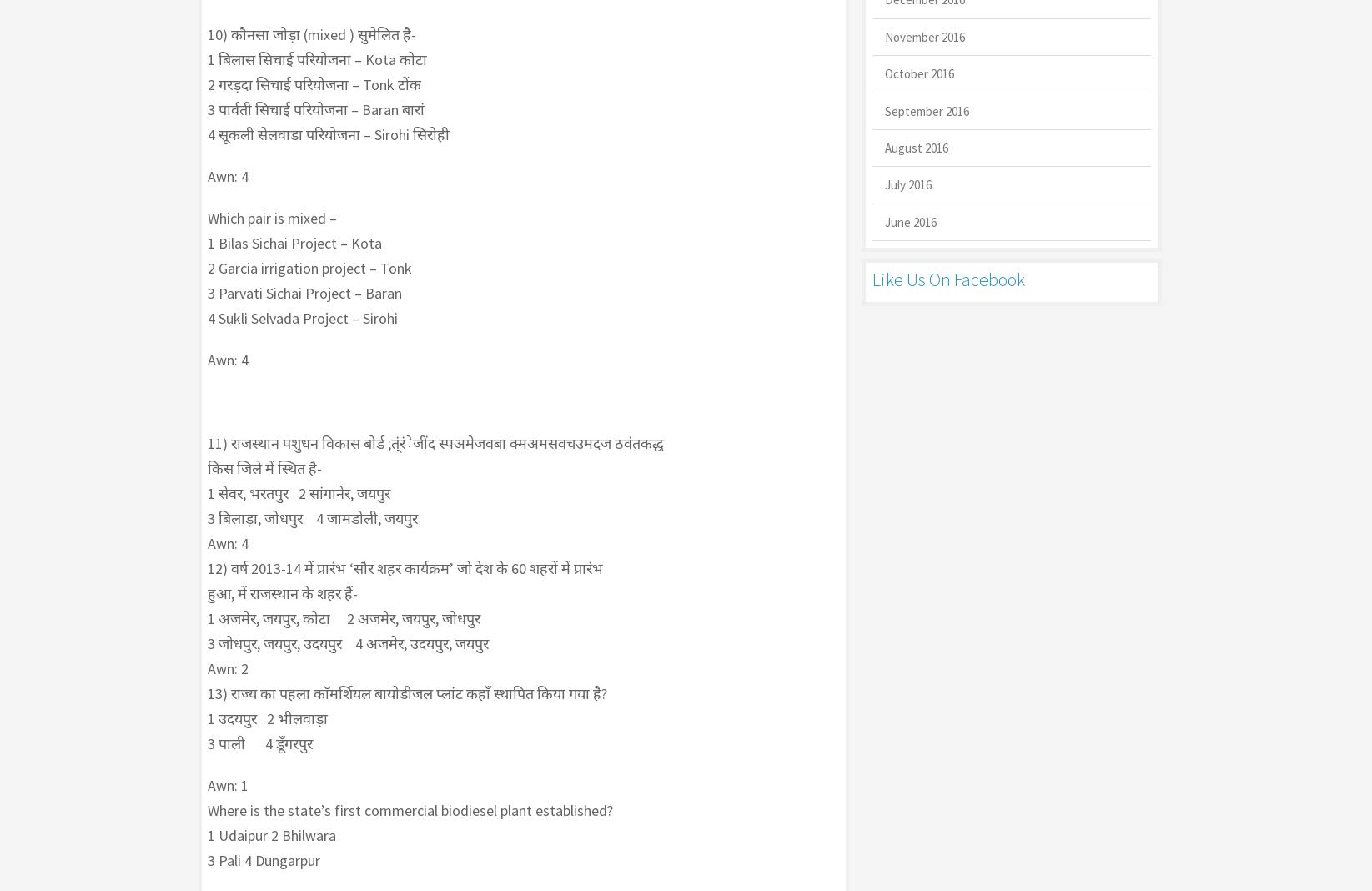 The image size is (1372, 891). I want to click on '3 जोधपुर, जयपुर, उदयपुर    4 अजमेर, उदयपुर, जयपुर', so click(346, 643).